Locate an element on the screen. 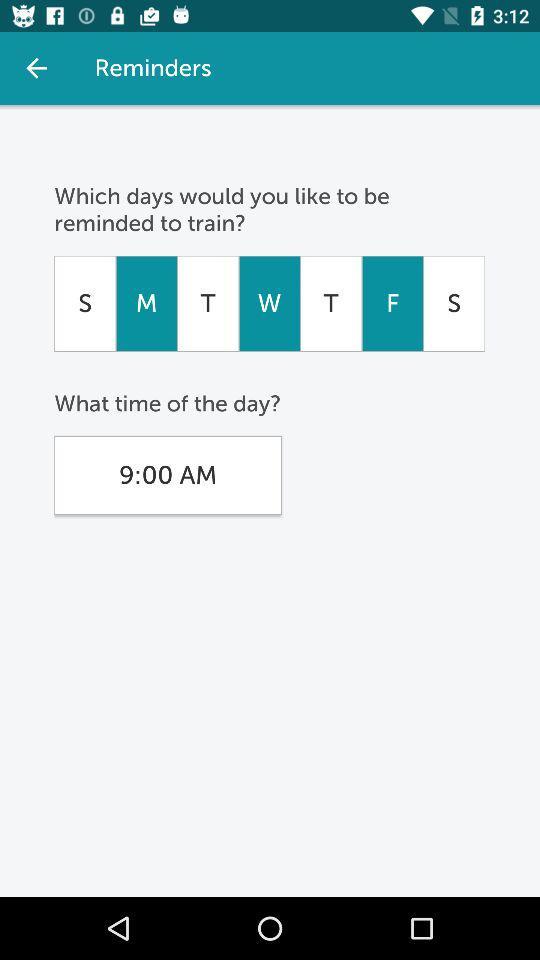 This screenshot has width=540, height=960. the icon to the left of s item is located at coordinates (392, 303).